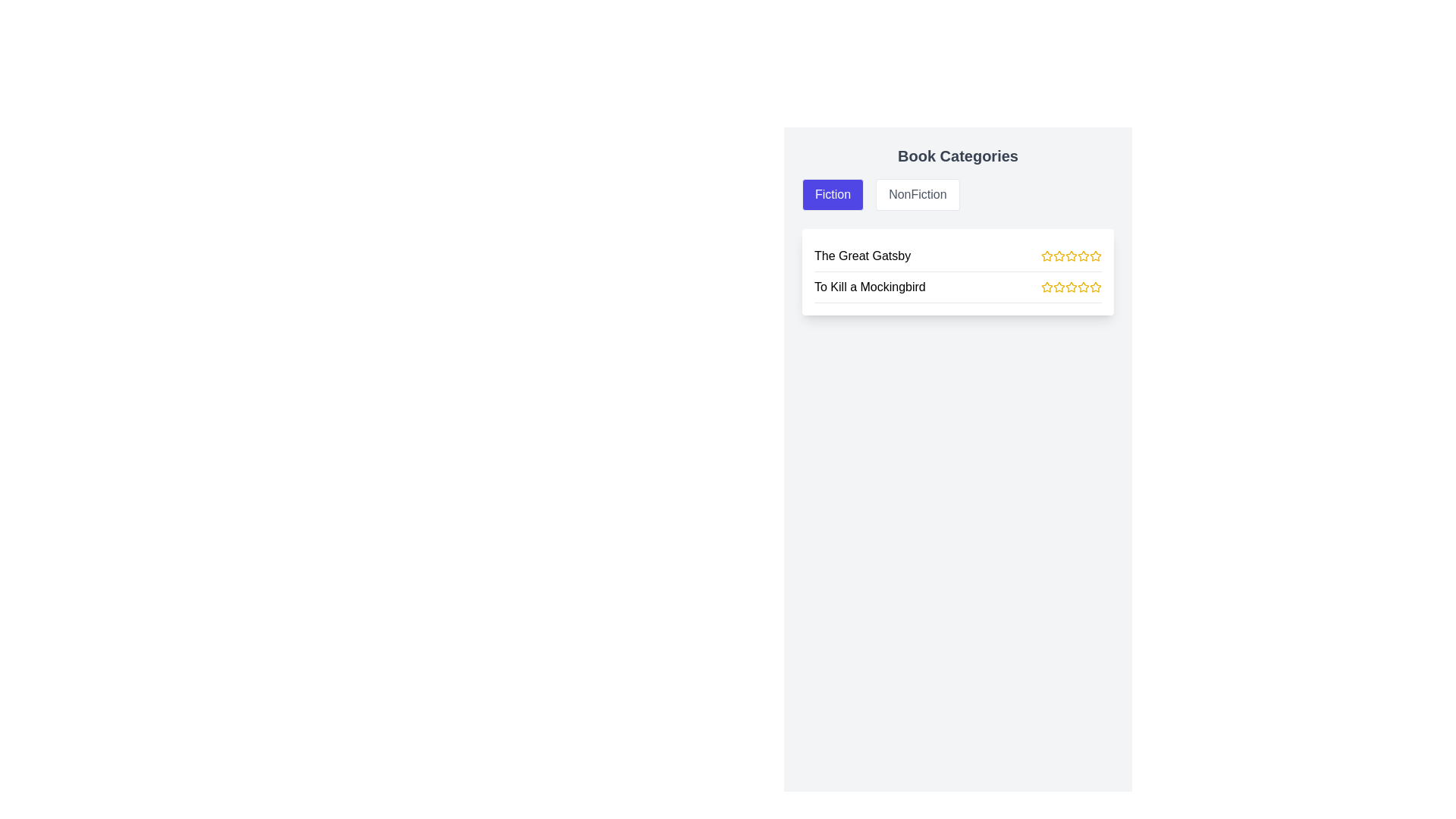  What do you see at coordinates (832, 194) in the screenshot?
I see `the 'Fiction' category button located on the left side of the button group` at bounding box center [832, 194].